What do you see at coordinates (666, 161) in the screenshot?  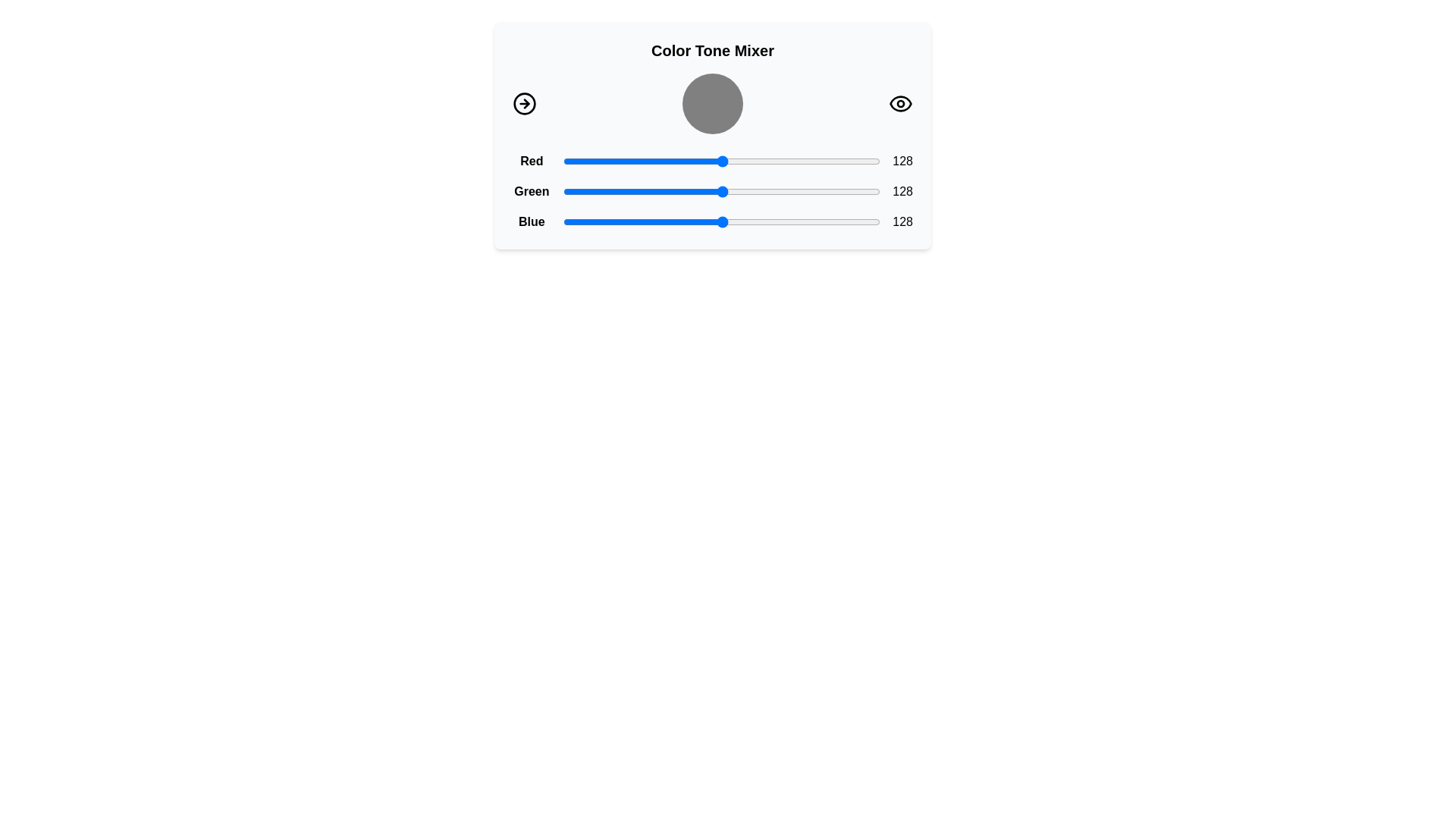 I see `the red component` at bounding box center [666, 161].